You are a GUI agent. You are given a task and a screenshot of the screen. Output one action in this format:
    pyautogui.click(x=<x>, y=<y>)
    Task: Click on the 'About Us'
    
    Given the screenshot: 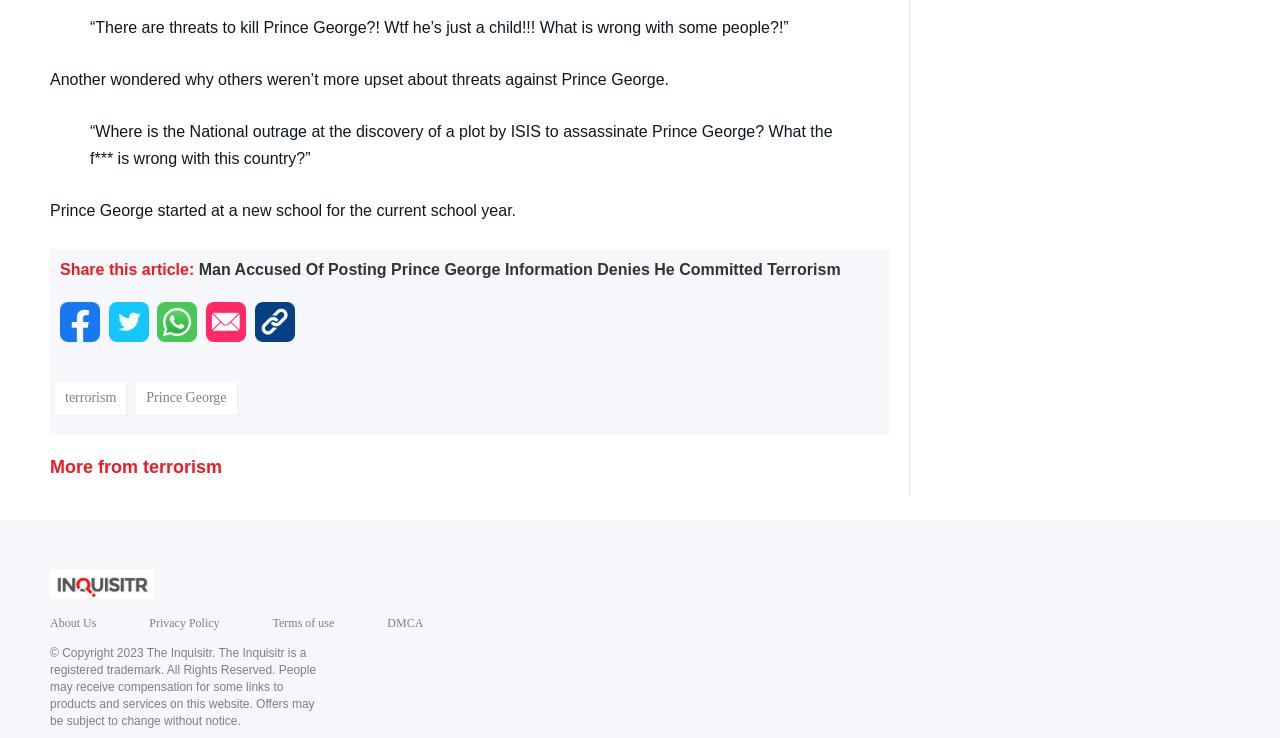 What is the action you would take?
    pyautogui.click(x=72, y=622)
    